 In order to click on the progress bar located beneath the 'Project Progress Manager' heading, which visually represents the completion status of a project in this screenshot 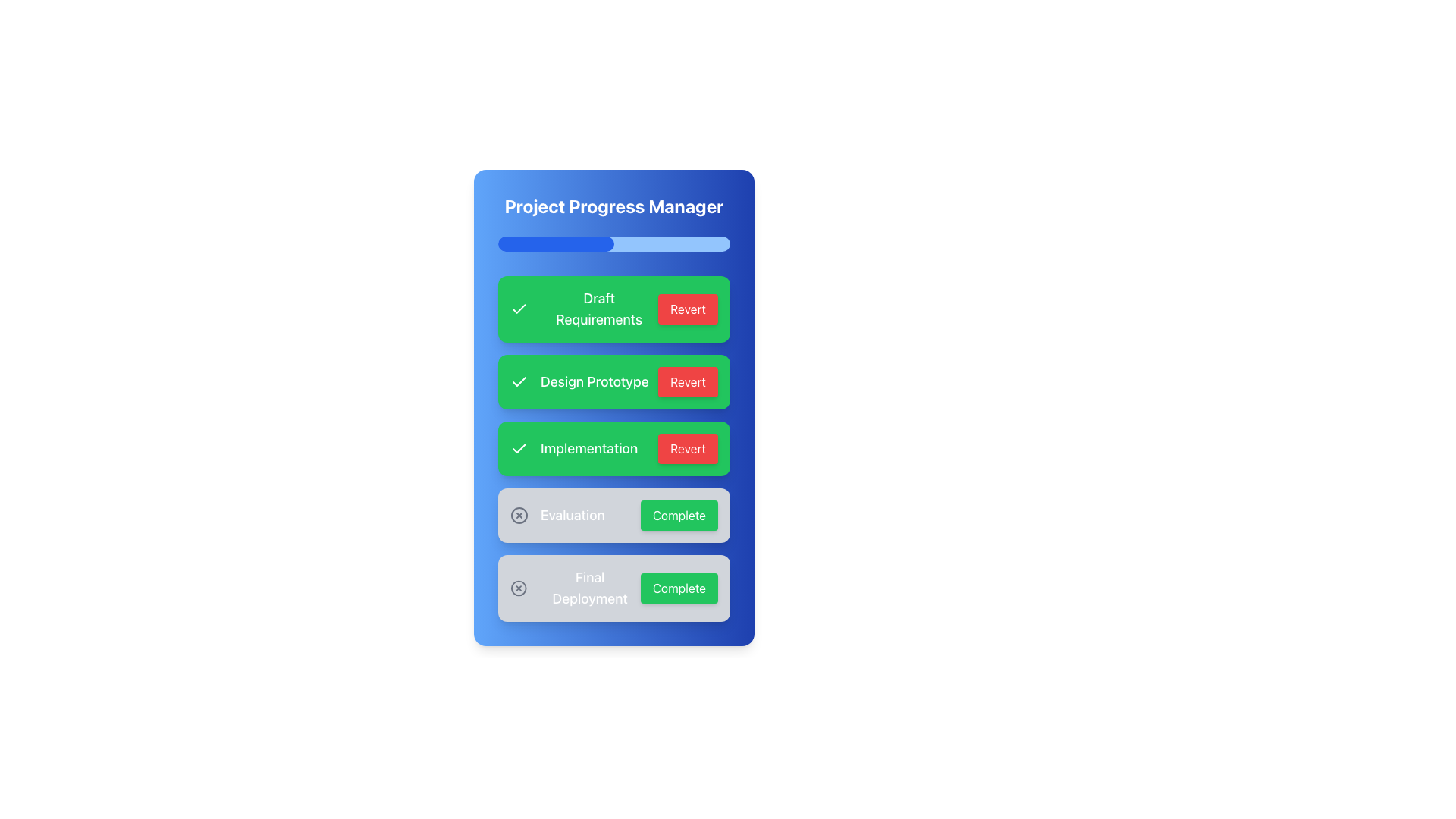, I will do `click(614, 243)`.